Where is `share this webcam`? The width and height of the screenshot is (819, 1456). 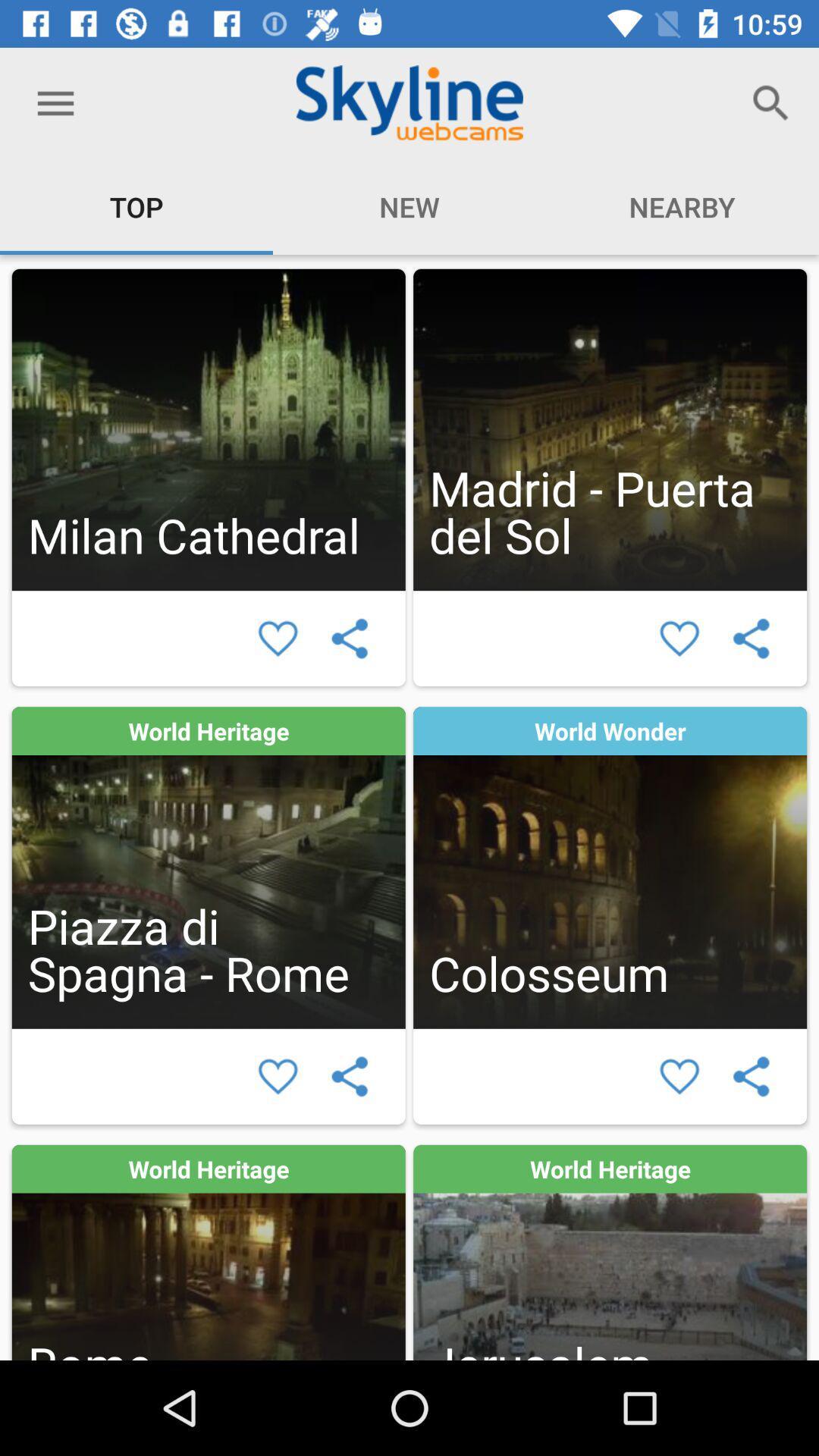 share this webcam is located at coordinates (350, 1075).